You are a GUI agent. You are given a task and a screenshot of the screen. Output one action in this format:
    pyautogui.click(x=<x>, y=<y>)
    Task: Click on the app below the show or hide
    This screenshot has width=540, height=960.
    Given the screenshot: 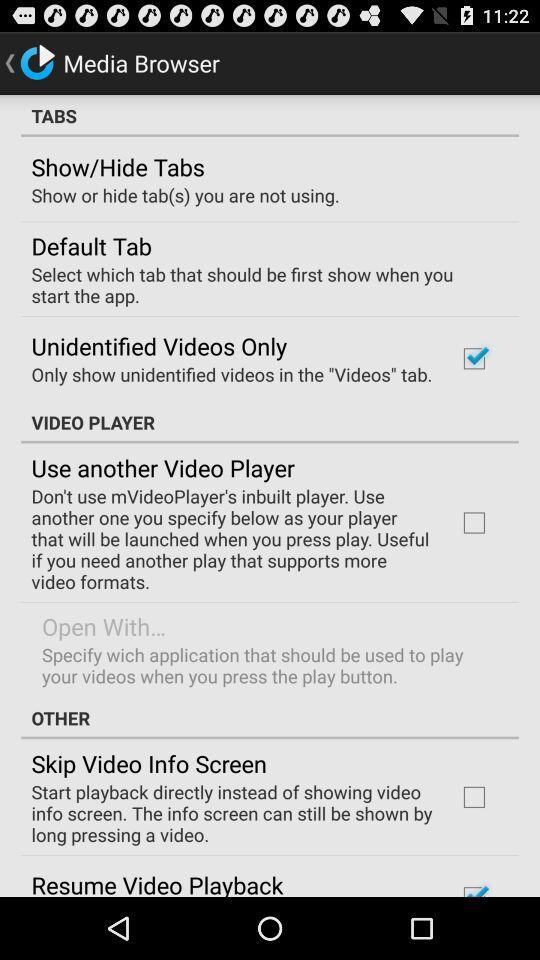 What is the action you would take?
    pyautogui.click(x=90, y=244)
    